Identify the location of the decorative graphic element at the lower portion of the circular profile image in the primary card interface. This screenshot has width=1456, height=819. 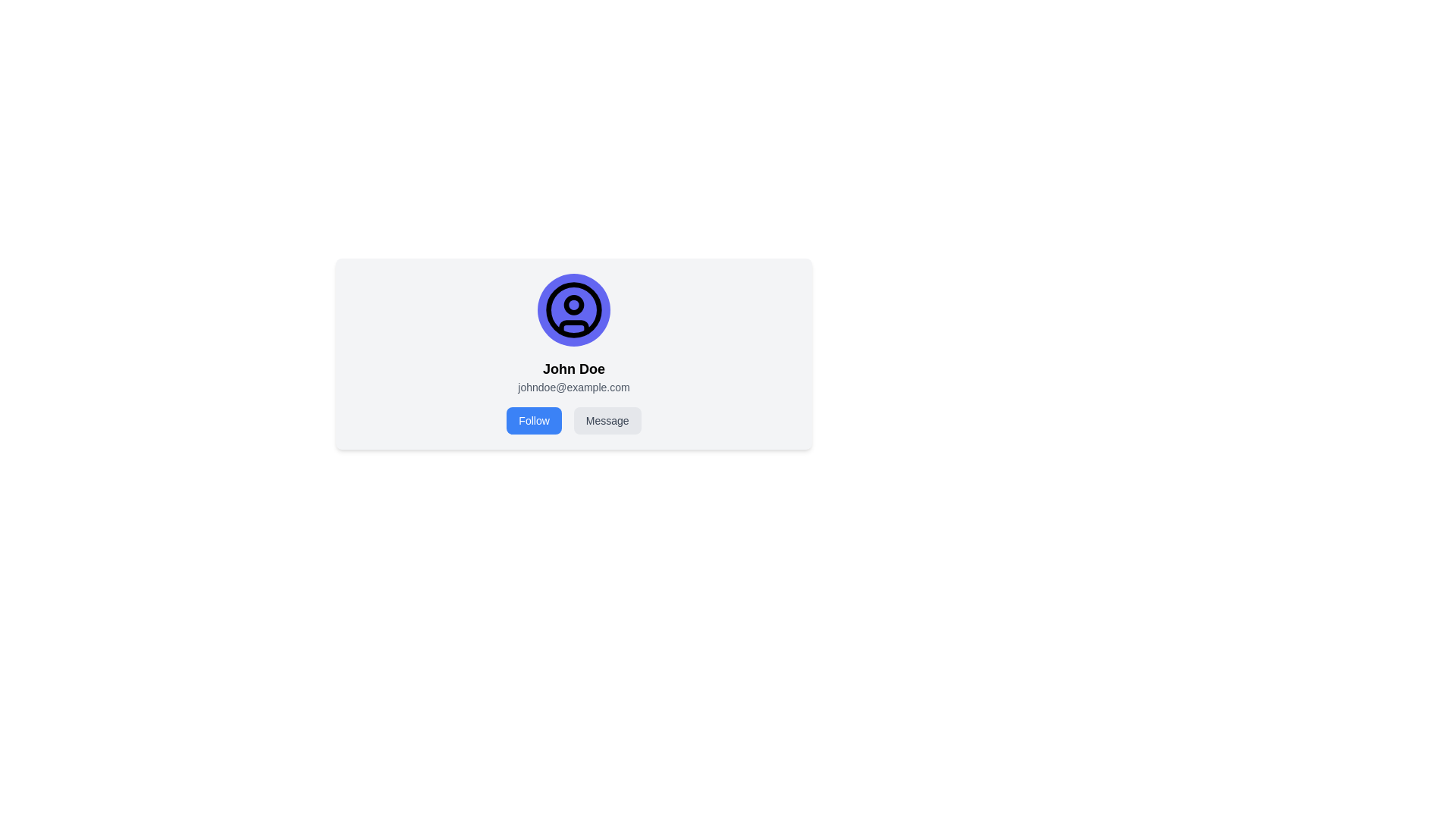
(573, 326).